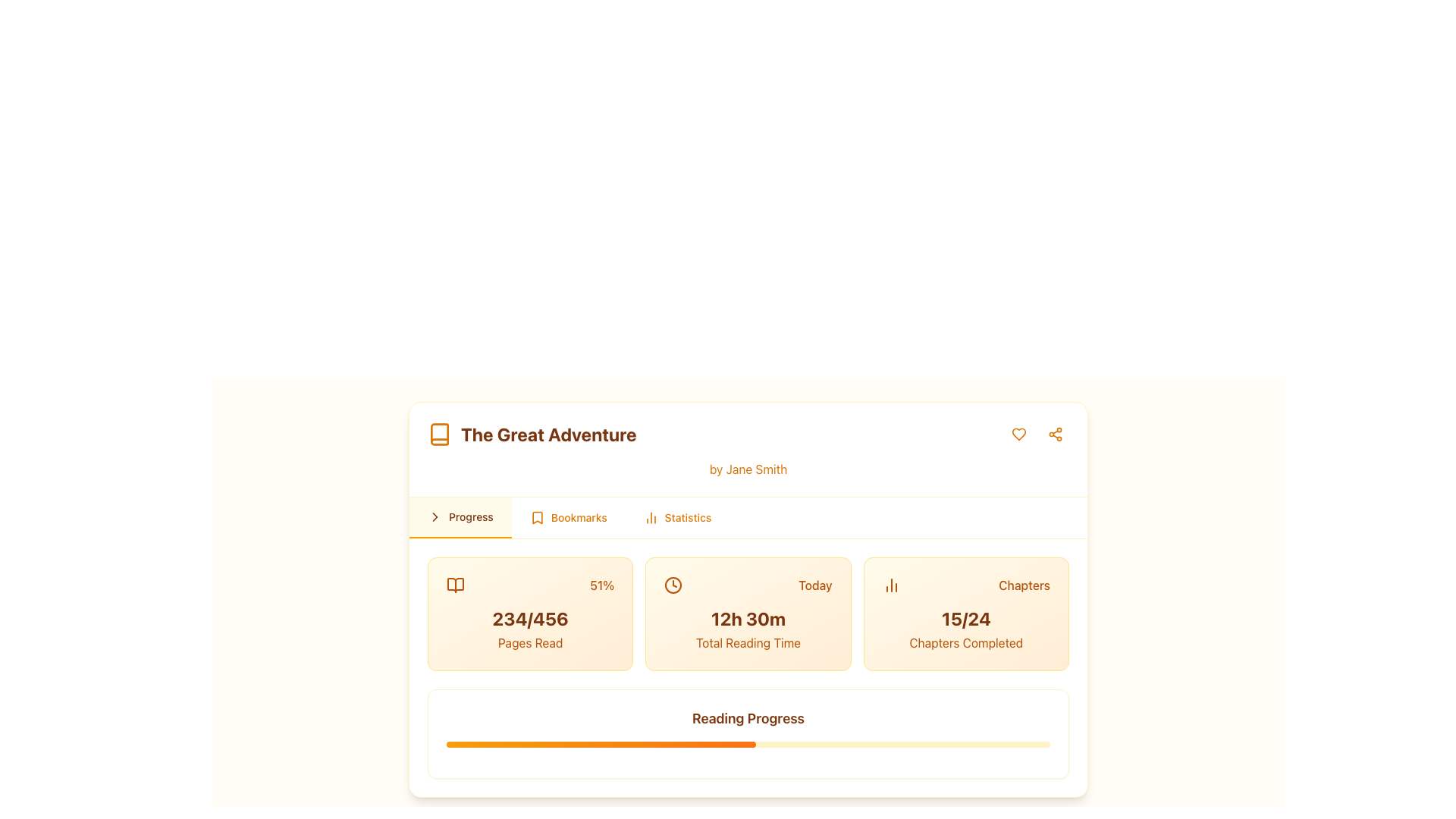 This screenshot has width=1456, height=819. I want to click on the tabs in the reading progress dashboard card, so click(748, 598).